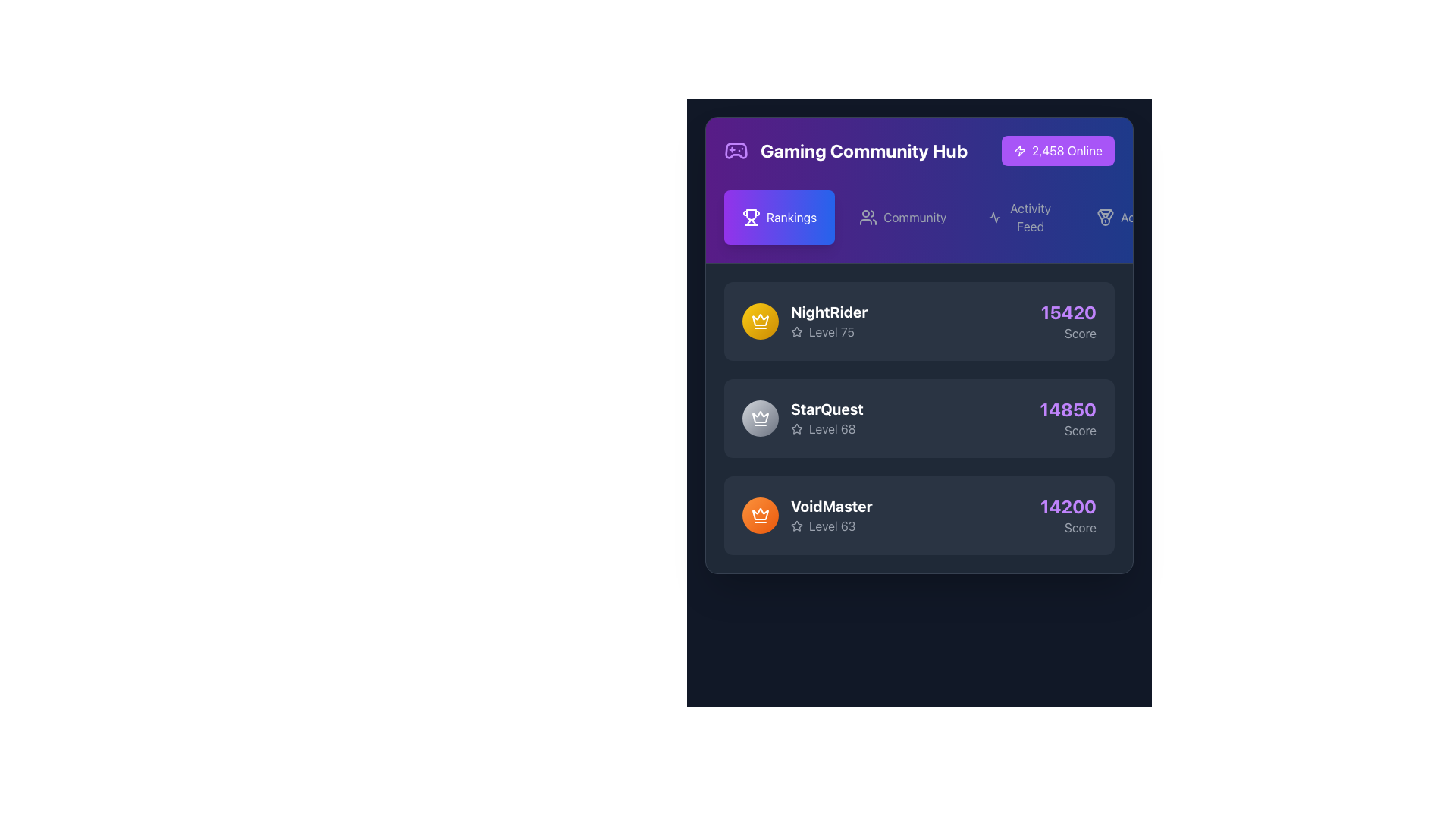  I want to click on the 'StarQuest' text label, which is displayed in bold and large white font on a dark background, so click(826, 409).